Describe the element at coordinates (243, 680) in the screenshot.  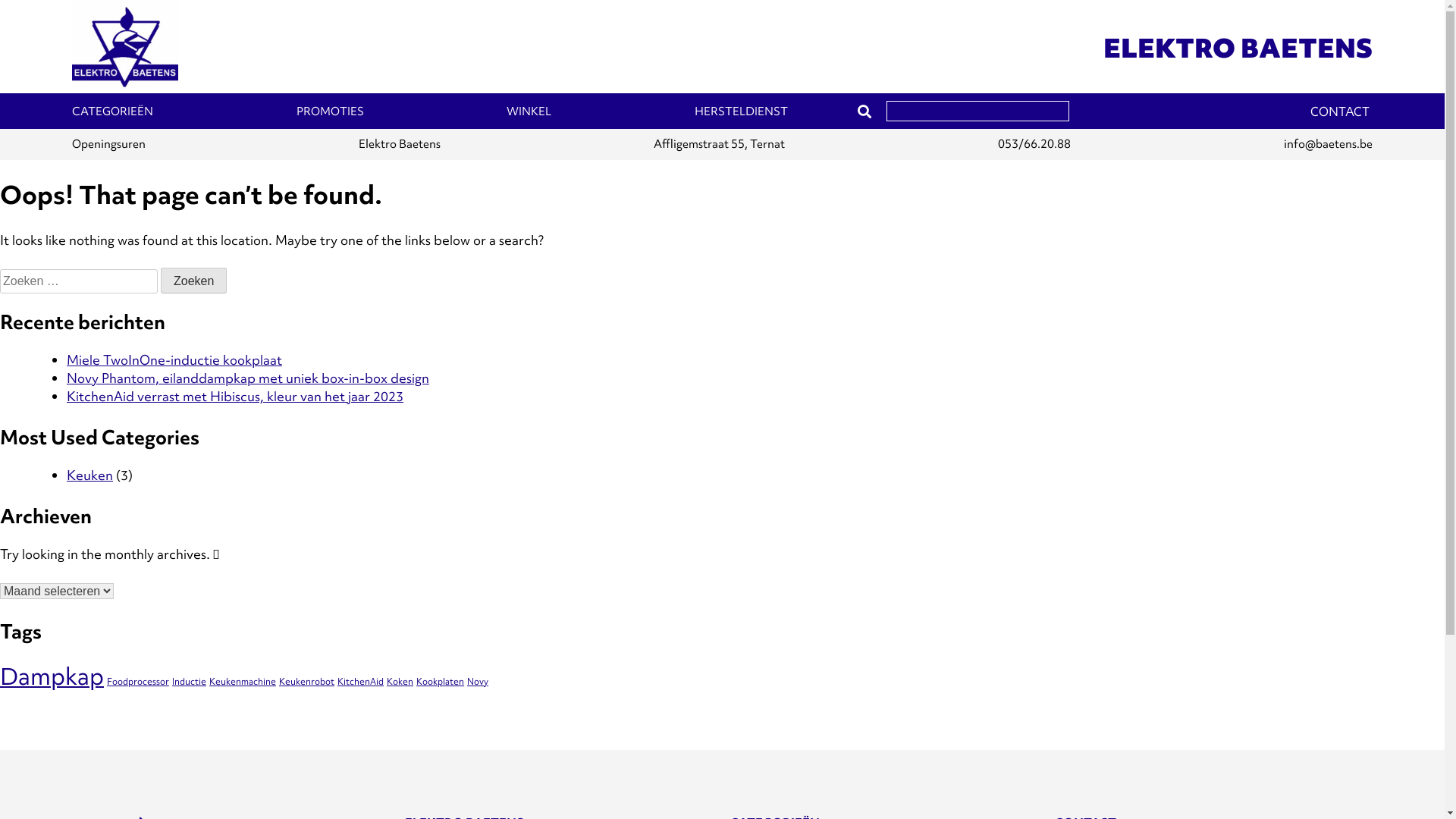
I see `'Keukenmachine'` at that location.